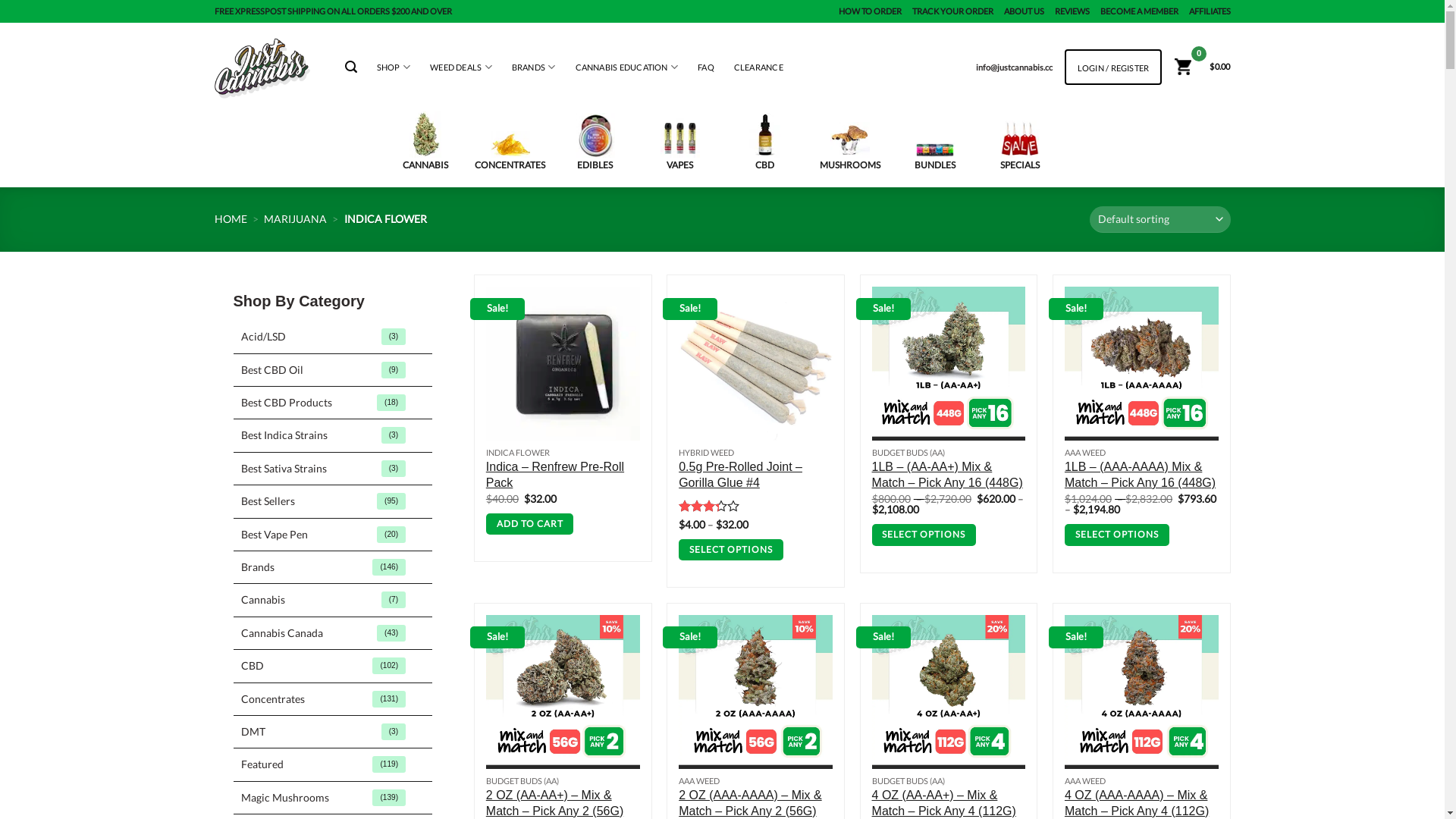  Describe the element at coordinates (734, 66) in the screenshot. I see `'CLEARANCE'` at that location.